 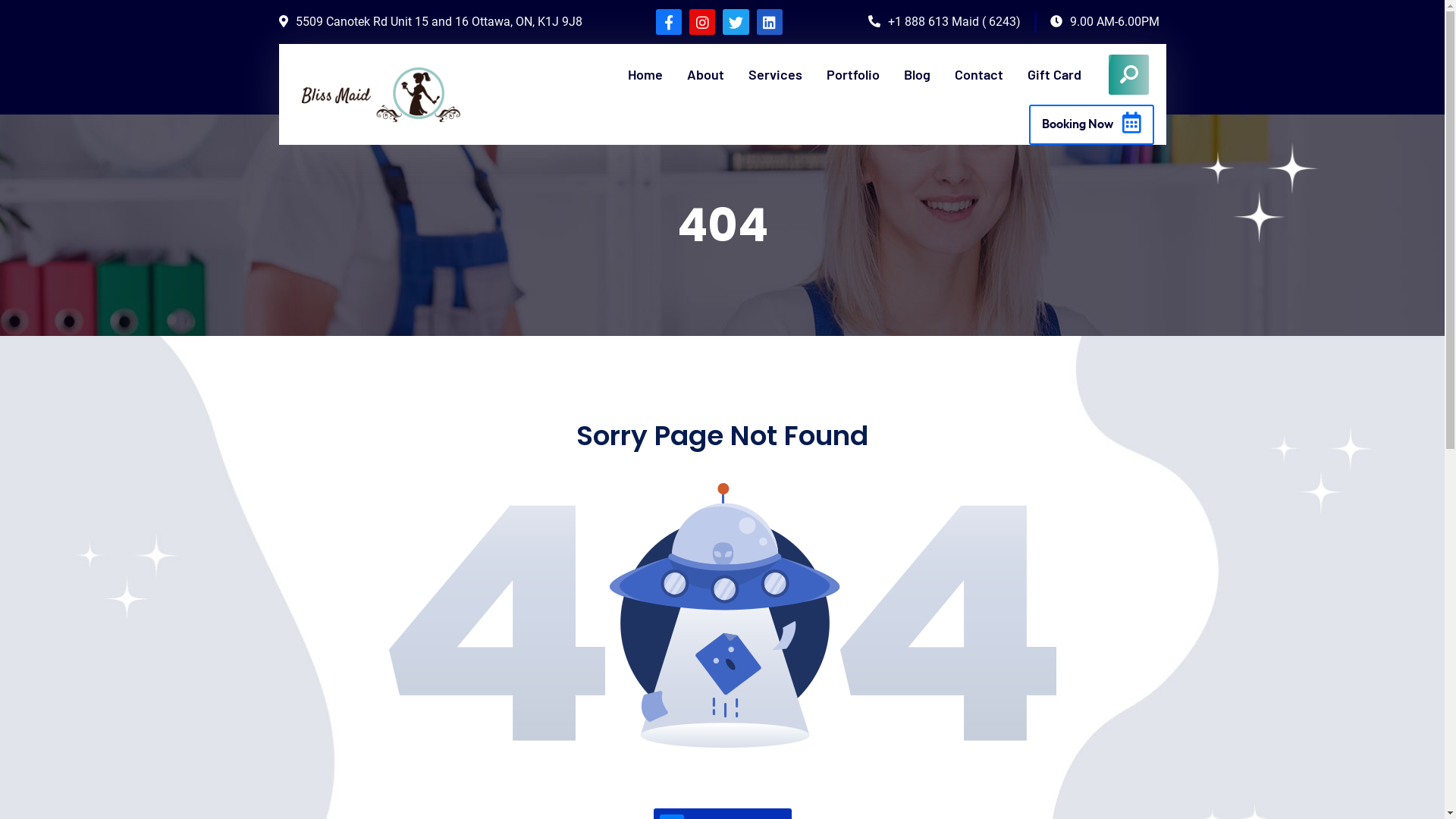 What do you see at coordinates (1027, 74) in the screenshot?
I see `'Gift Card'` at bounding box center [1027, 74].